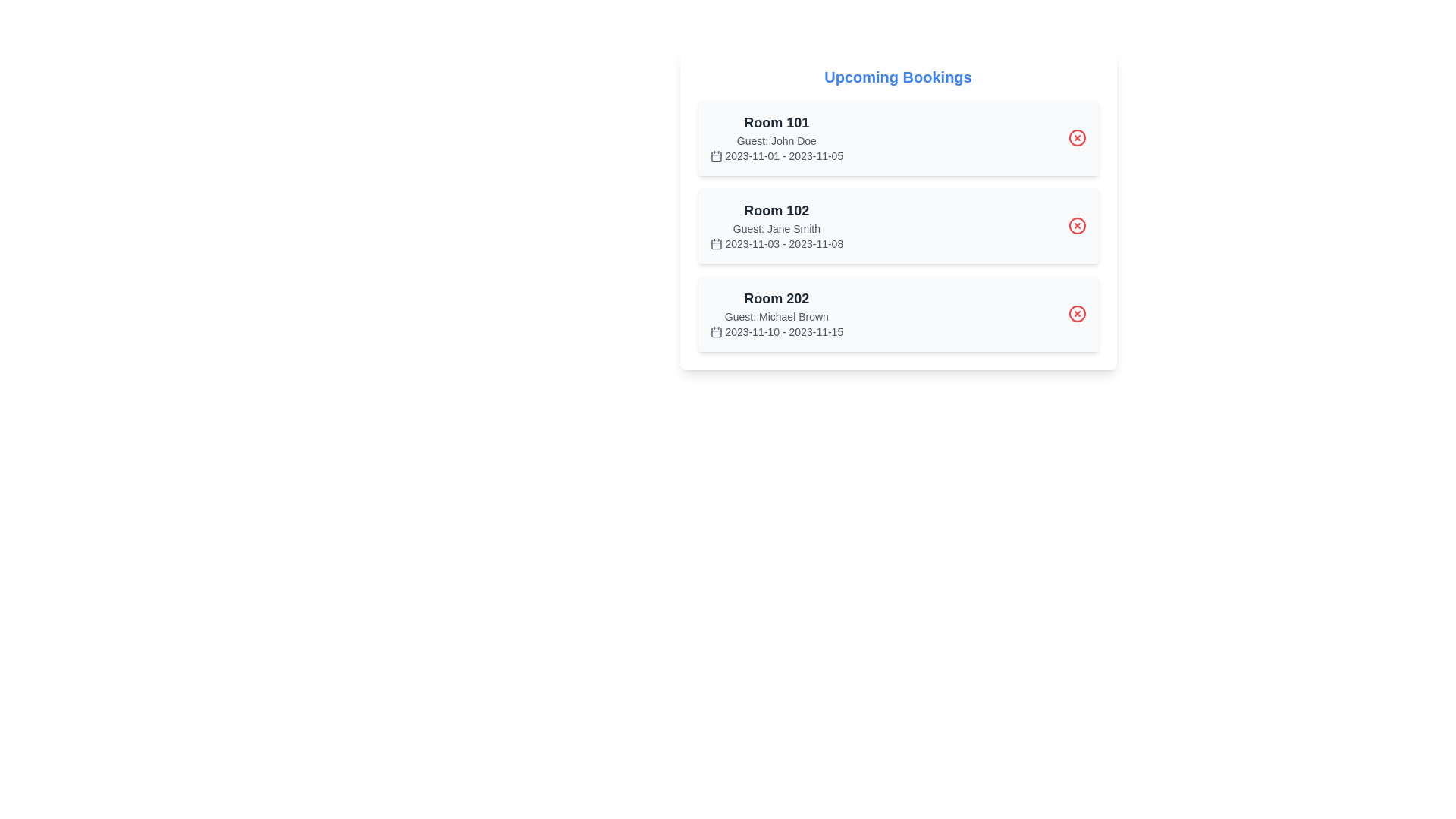  Describe the element at coordinates (898, 137) in the screenshot. I see `the booking card for the specific room, which displays the room number, guest's name, and booking dates, located at the top of the list` at that location.